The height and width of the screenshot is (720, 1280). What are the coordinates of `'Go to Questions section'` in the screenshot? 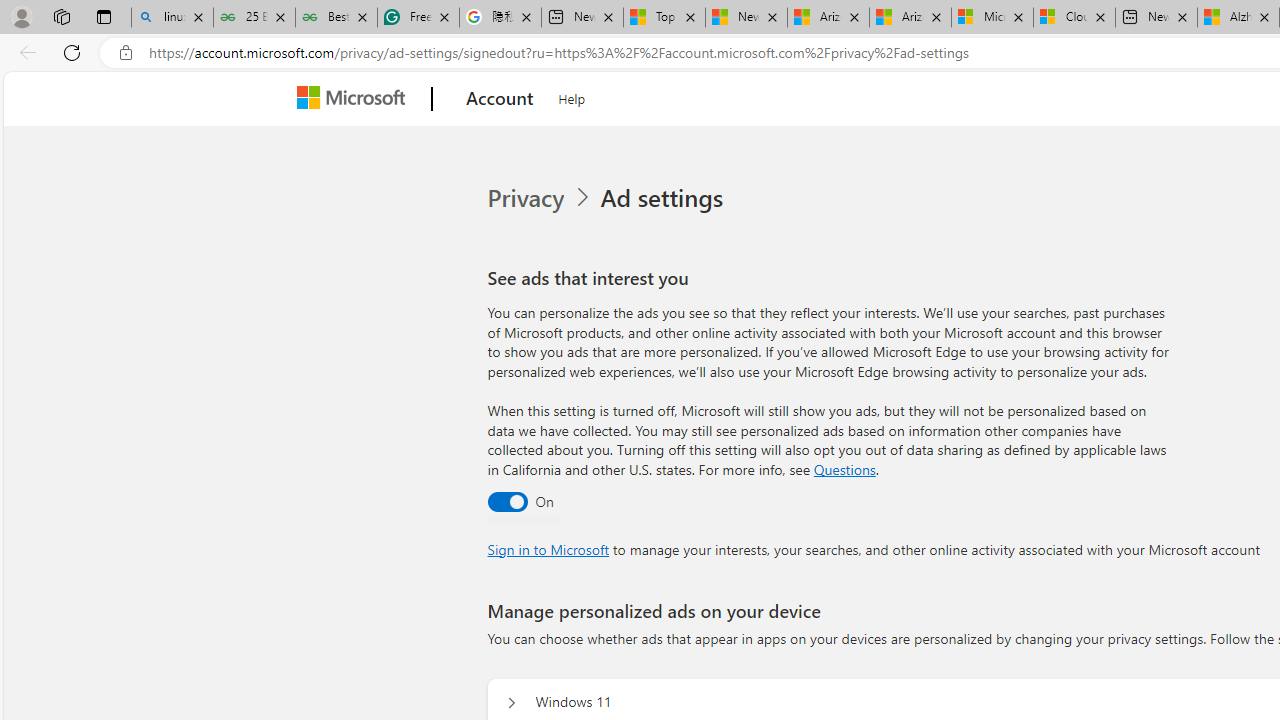 It's located at (844, 469).